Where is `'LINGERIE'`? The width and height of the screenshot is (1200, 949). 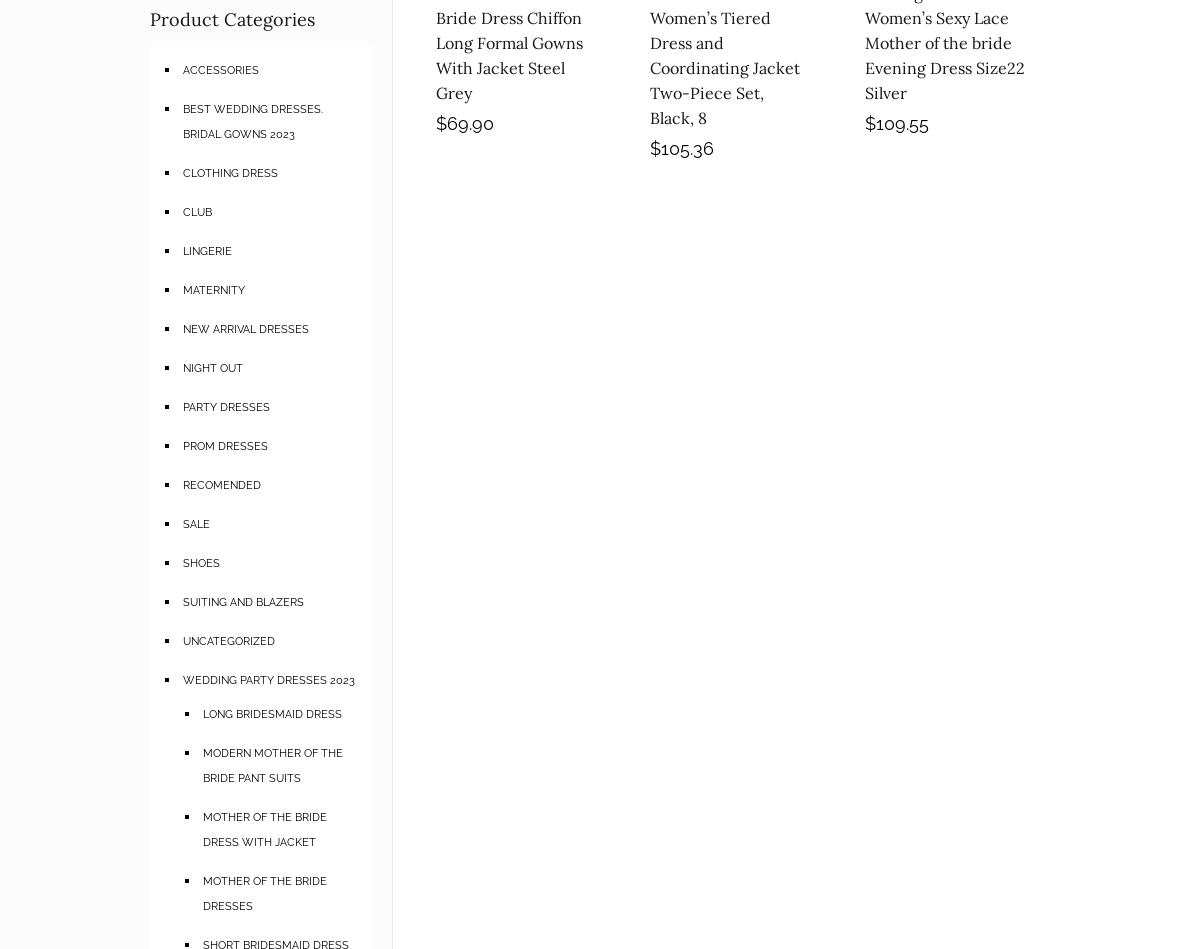 'LINGERIE' is located at coordinates (182, 248).